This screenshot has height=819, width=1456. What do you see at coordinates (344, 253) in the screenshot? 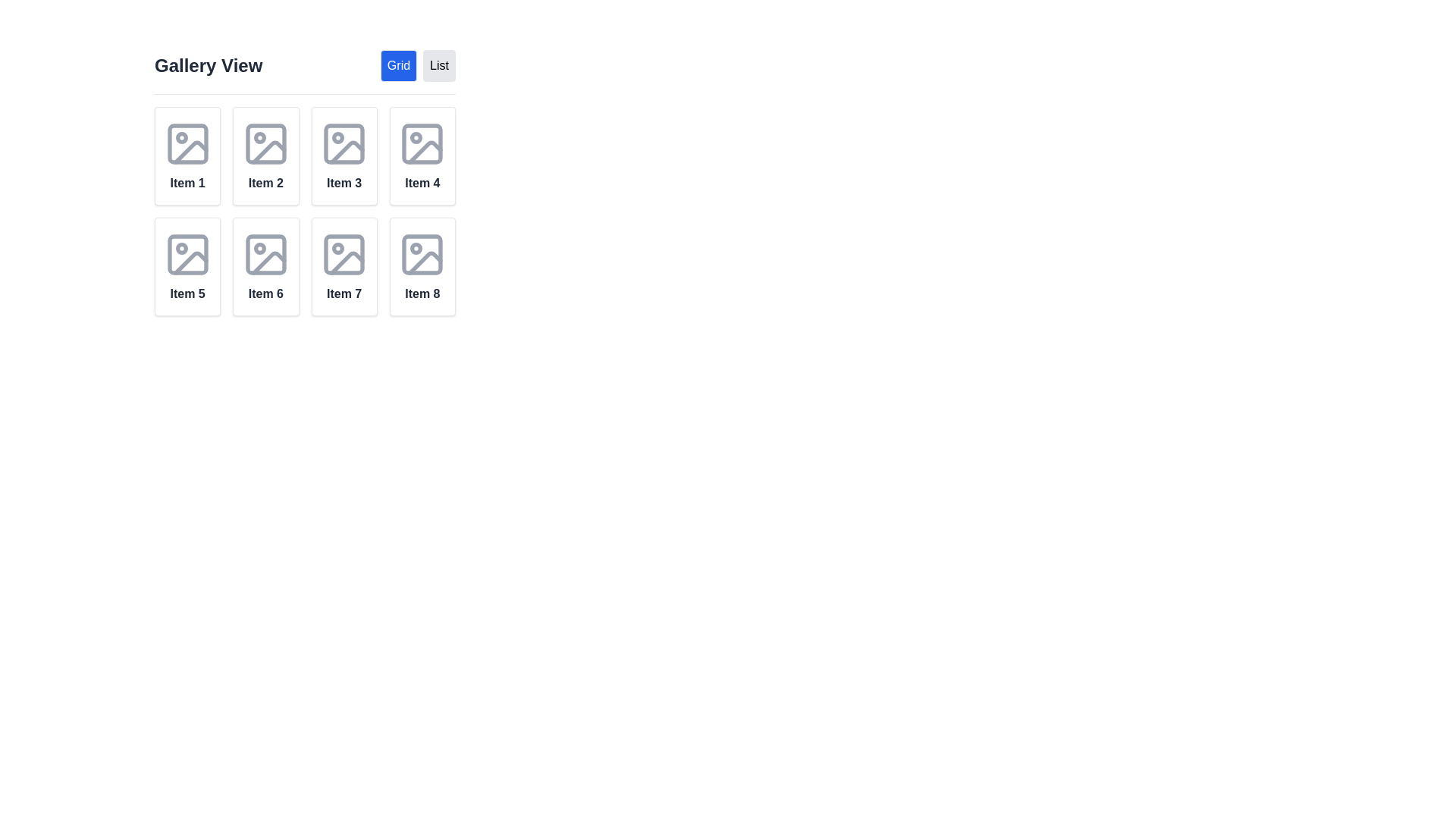
I see `the SVG Image Placeholder located in the upper center of the card titled 'Item 7'` at bounding box center [344, 253].